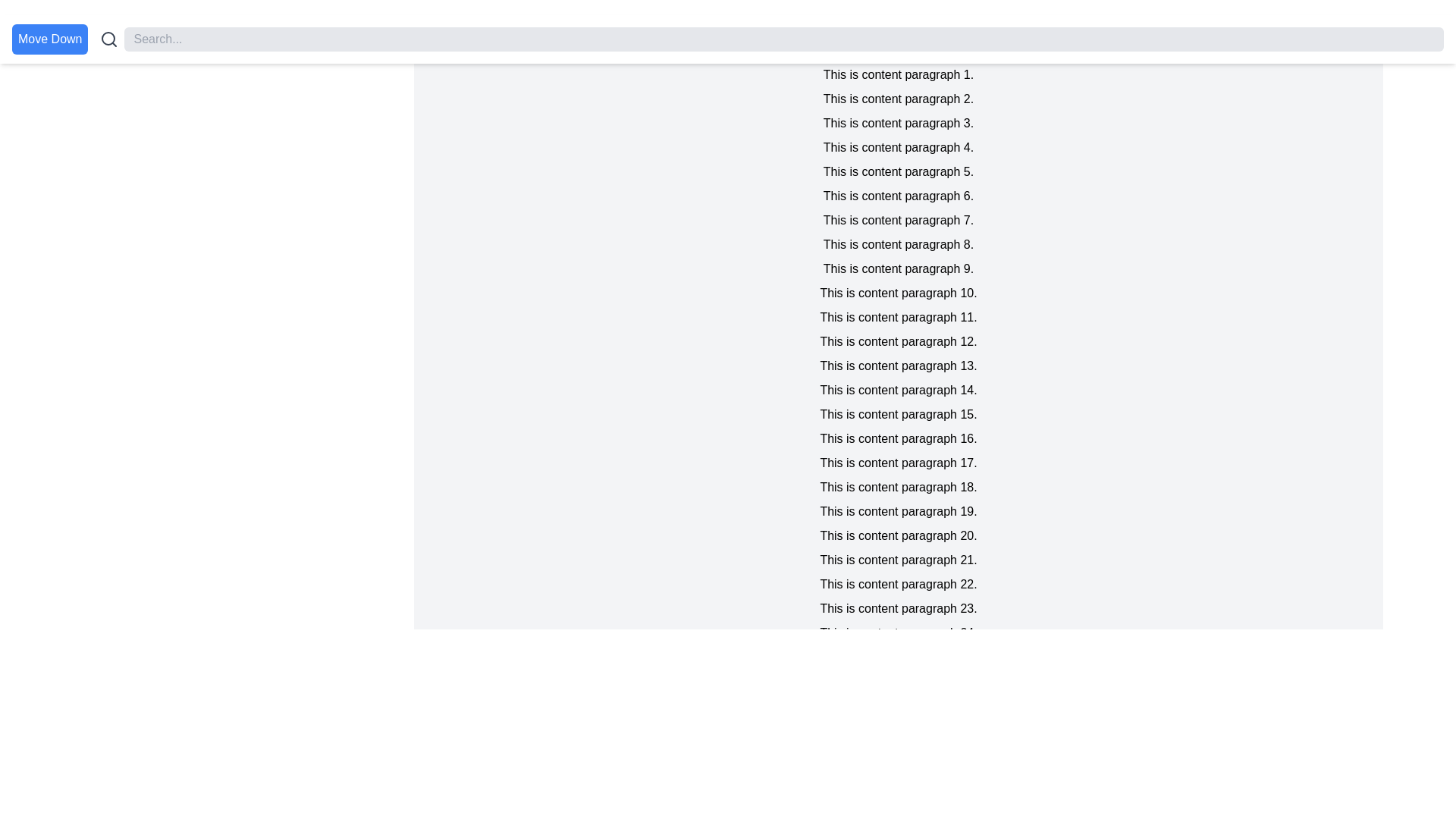 The width and height of the screenshot is (1456, 819). I want to click on the 12th paragraph text component to focus on it, so click(899, 342).